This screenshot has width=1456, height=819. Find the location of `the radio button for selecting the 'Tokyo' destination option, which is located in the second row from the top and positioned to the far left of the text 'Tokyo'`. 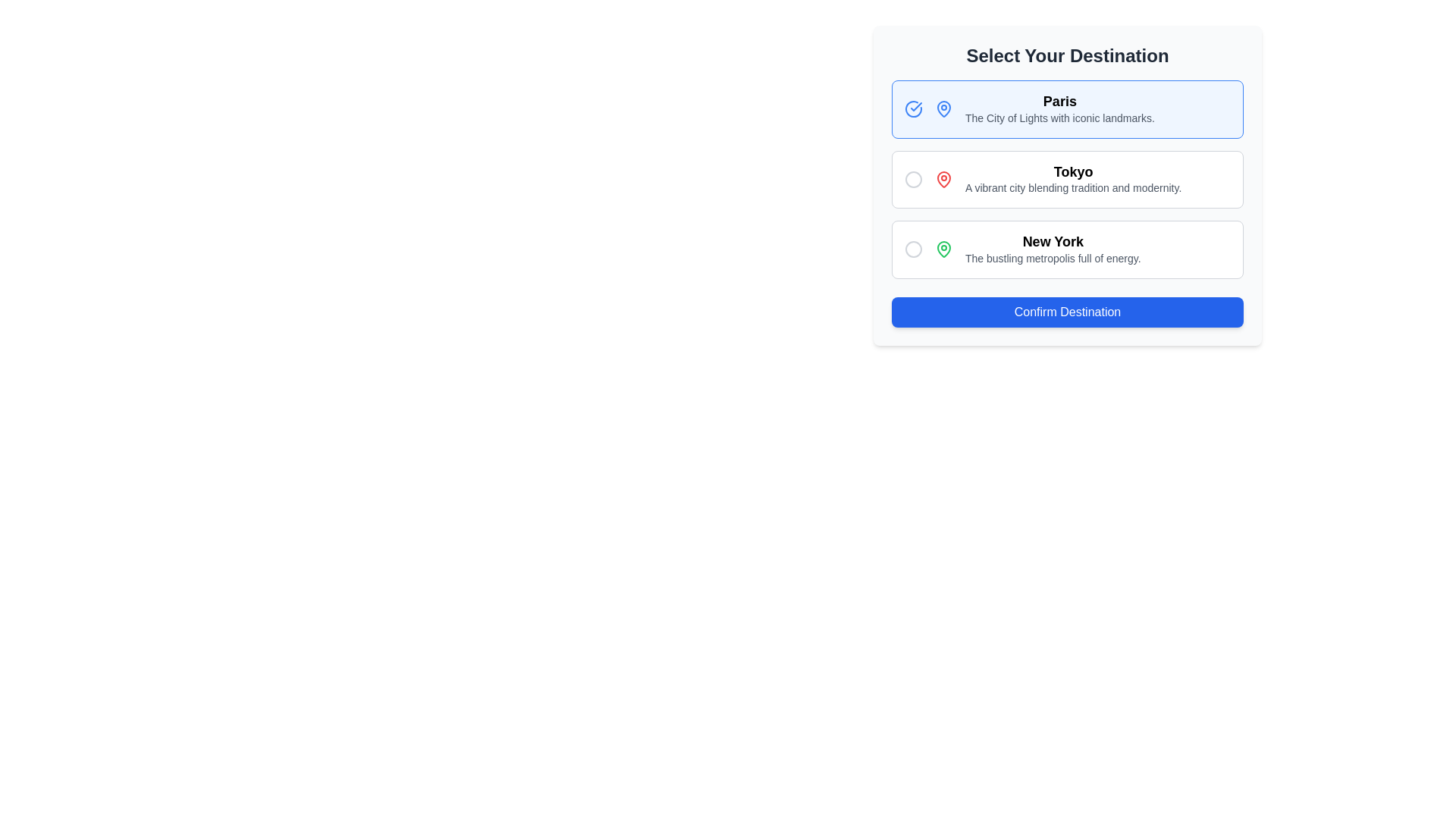

the radio button for selecting the 'Tokyo' destination option, which is located in the second row from the top and positioned to the far left of the text 'Tokyo' is located at coordinates (912, 177).